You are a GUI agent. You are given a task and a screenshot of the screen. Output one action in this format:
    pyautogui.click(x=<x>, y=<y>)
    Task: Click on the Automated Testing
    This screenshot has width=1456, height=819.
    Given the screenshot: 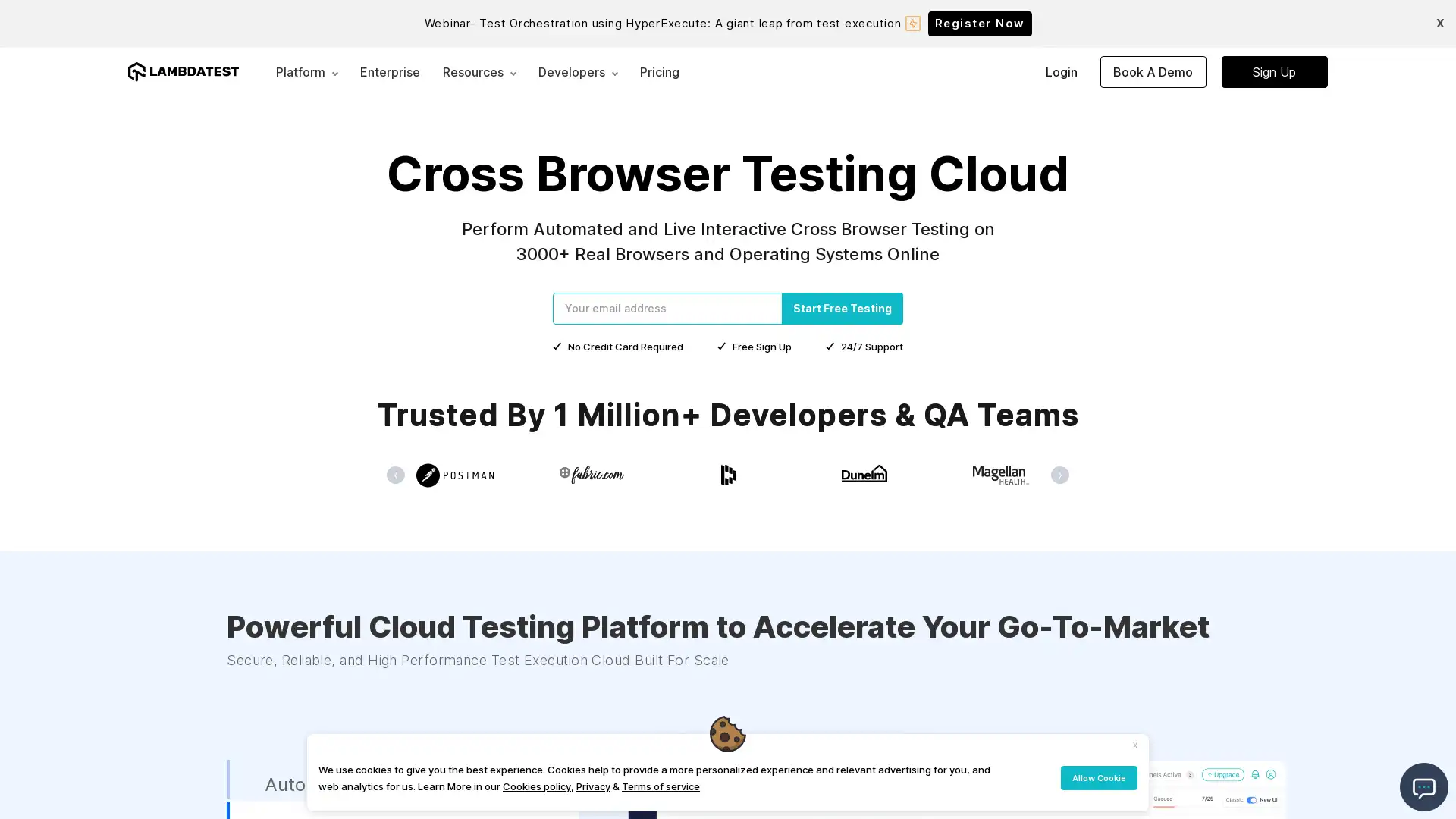 What is the action you would take?
    pyautogui.click(x=345, y=773)
    